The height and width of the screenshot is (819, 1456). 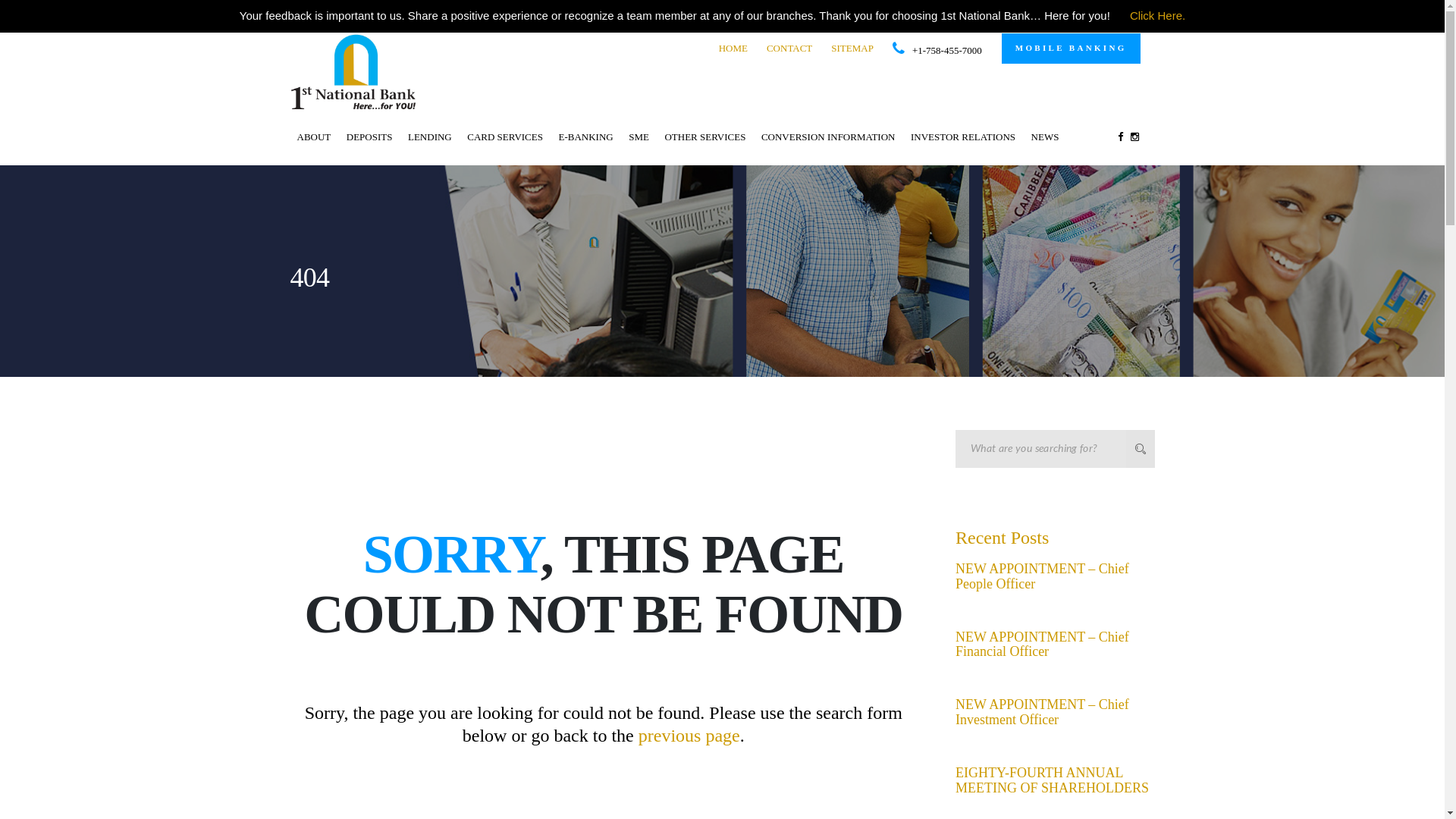 I want to click on 'HOME', so click(x=733, y=47).